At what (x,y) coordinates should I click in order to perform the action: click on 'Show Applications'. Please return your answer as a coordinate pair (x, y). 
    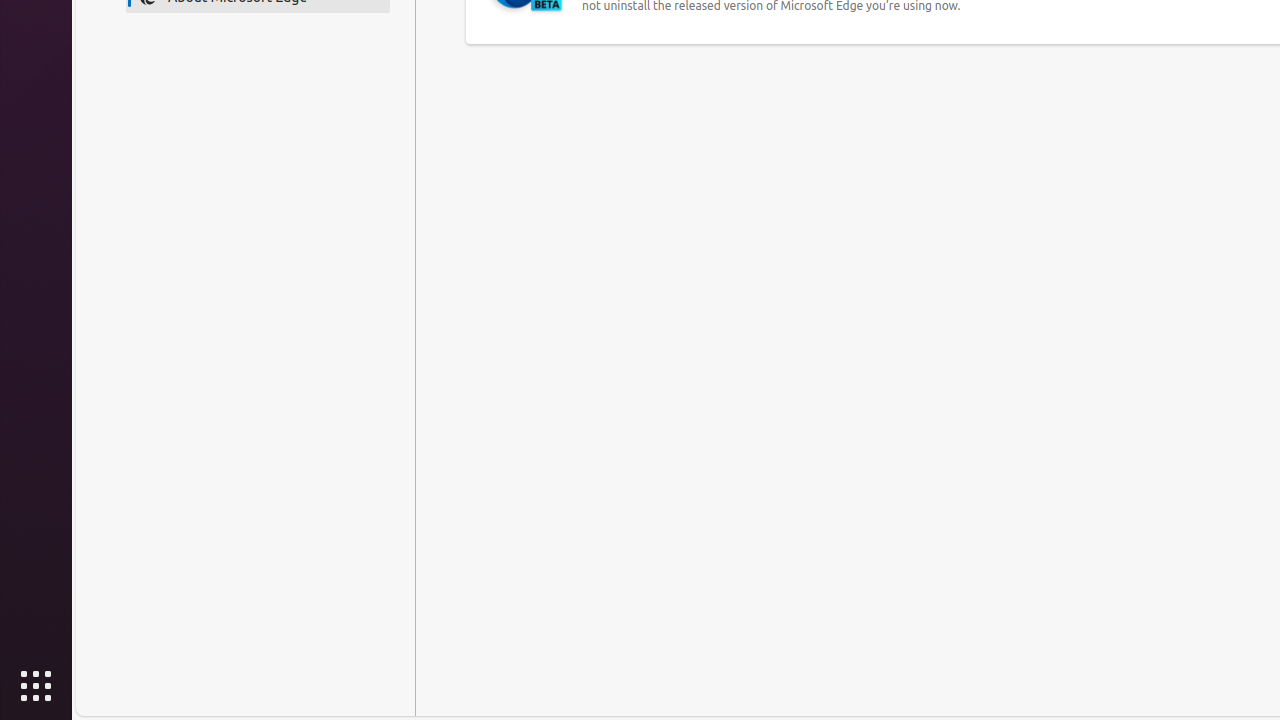
    Looking at the image, I should click on (35, 685).